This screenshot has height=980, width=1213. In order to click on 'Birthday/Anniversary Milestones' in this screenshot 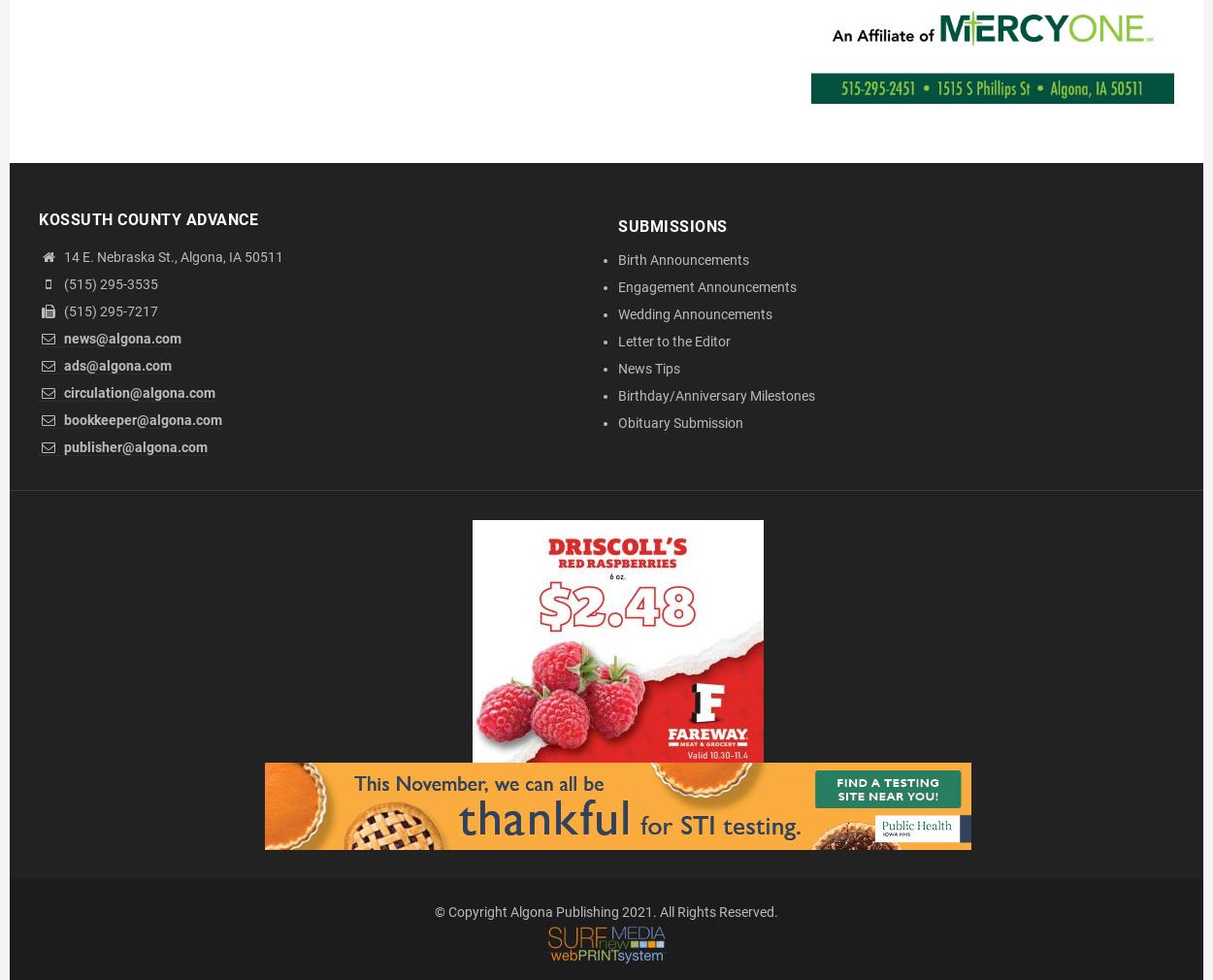, I will do `click(715, 395)`.